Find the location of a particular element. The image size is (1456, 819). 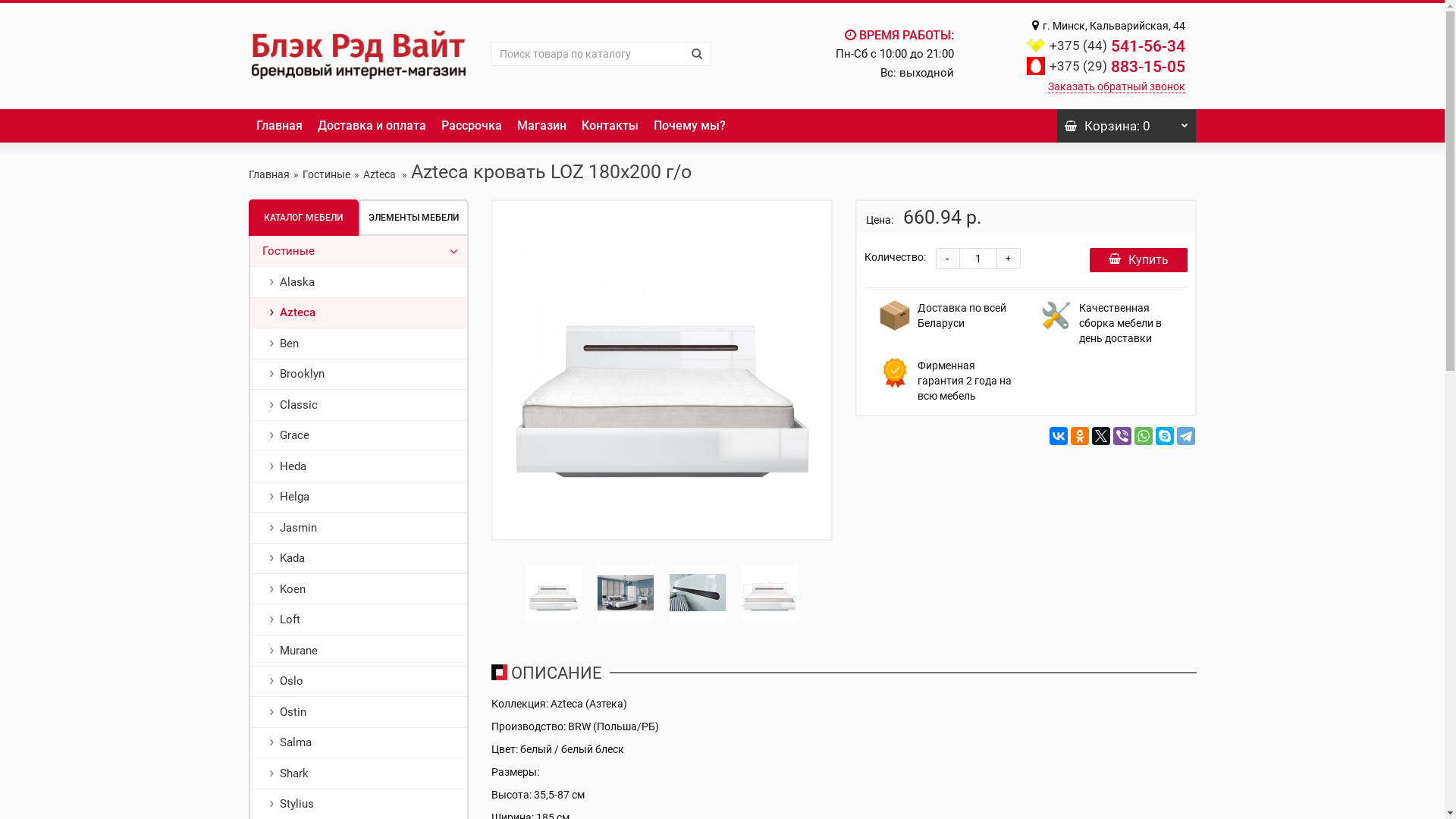

'Grace' is located at coordinates (358, 435).